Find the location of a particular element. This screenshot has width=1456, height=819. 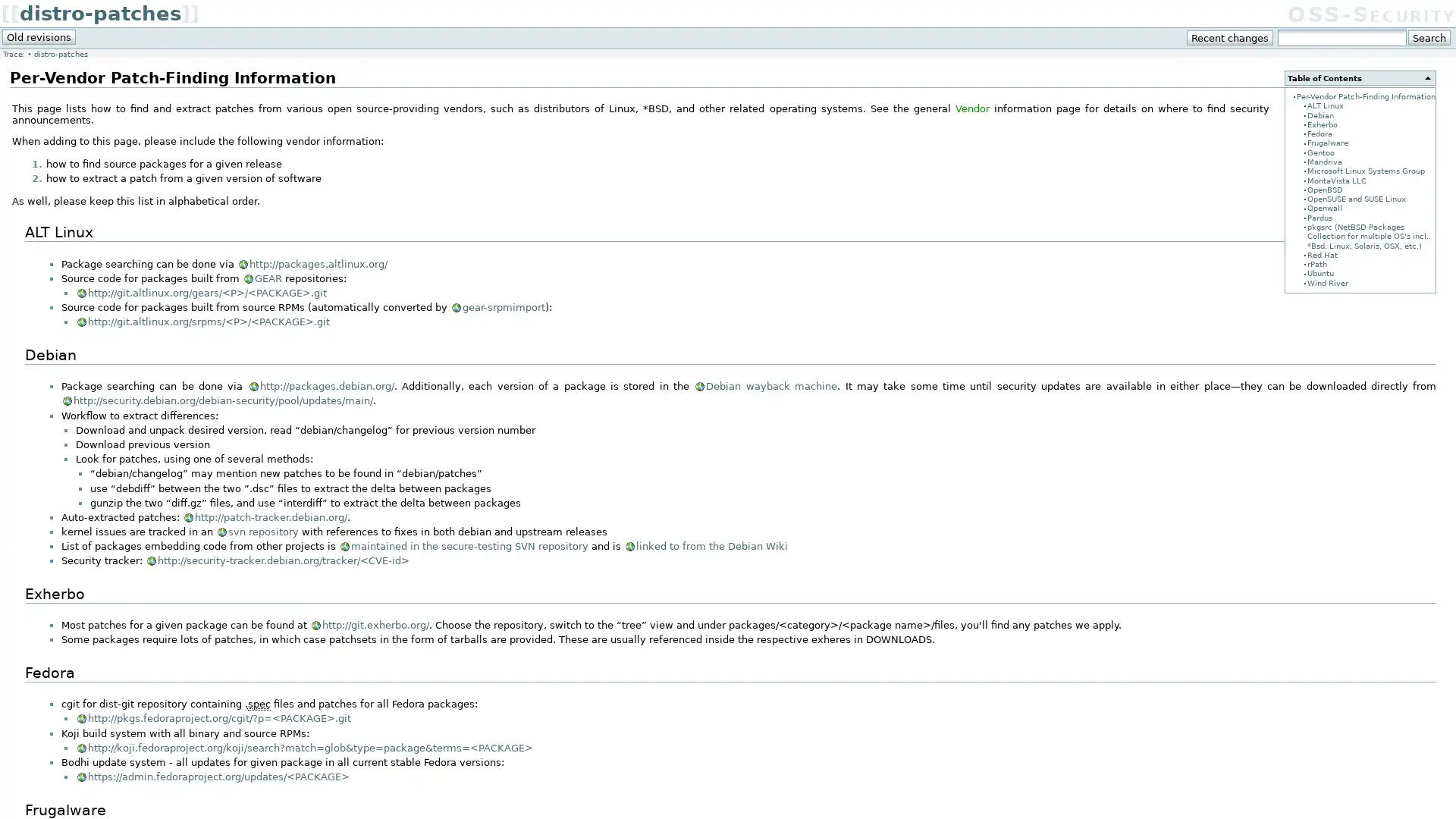

Old revisions is located at coordinates (39, 36).